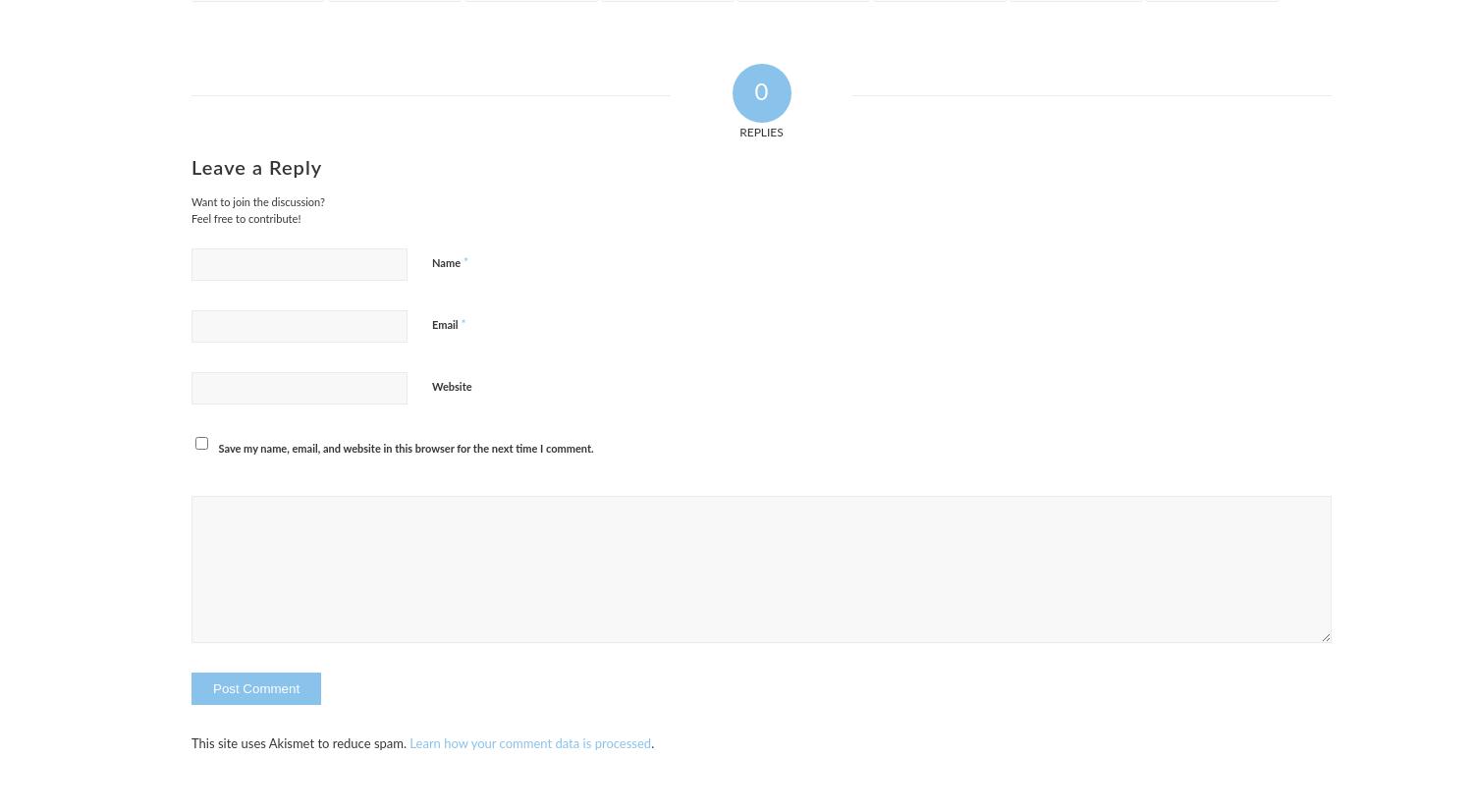  What do you see at coordinates (257, 202) in the screenshot?
I see `'Want to join the discussion?'` at bounding box center [257, 202].